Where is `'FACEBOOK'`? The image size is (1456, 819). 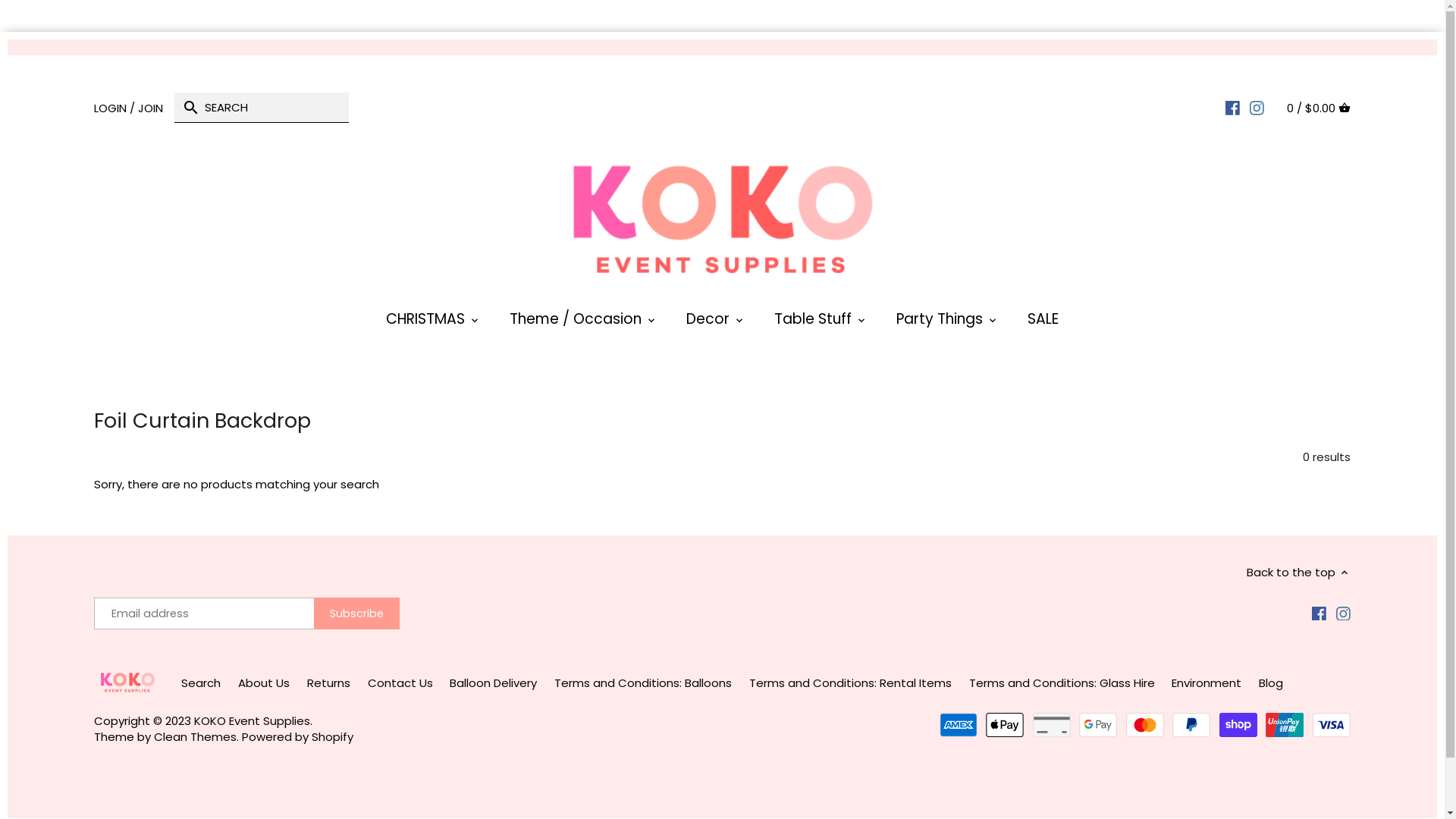 'FACEBOOK' is located at coordinates (1232, 106).